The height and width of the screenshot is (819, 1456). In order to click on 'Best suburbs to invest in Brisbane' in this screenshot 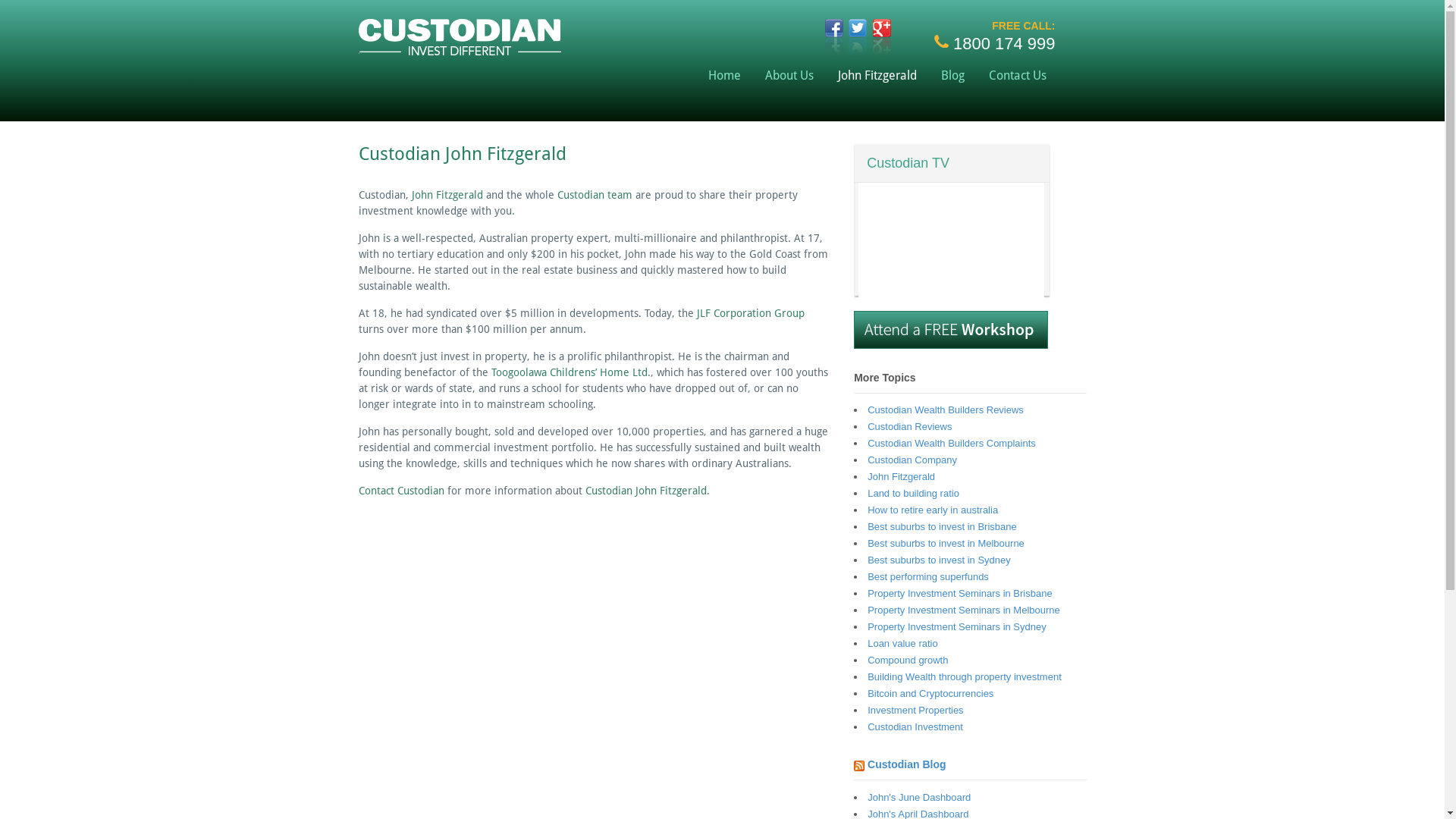, I will do `click(941, 526)`.